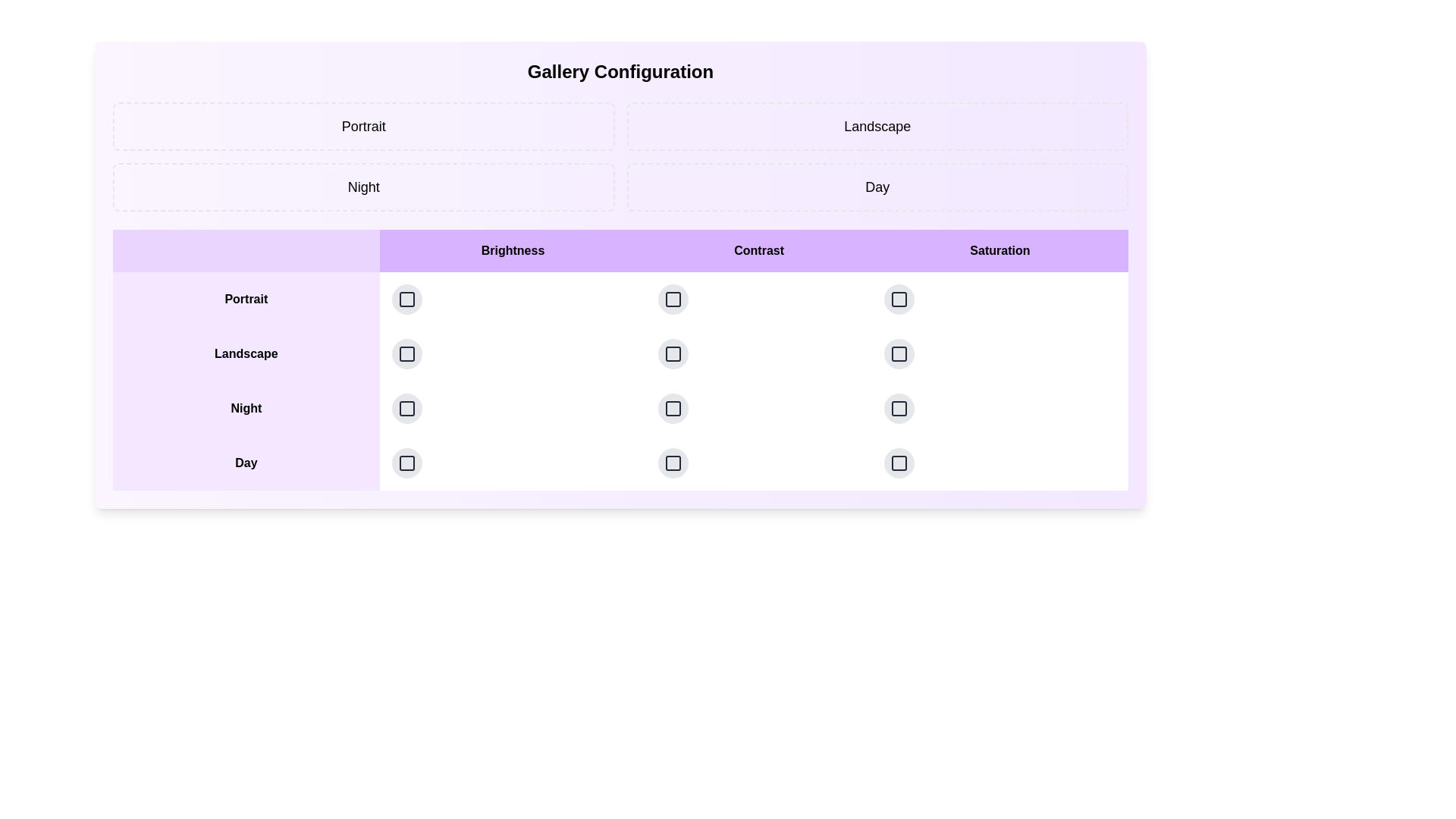 This screenshot has height=819, width=1456. What do you see at coordinates (406, 353) in the screenshot?
I see `the interactive button in the 'Brightness' column under the 'Landscape' row` at bounding box center [406, 353].